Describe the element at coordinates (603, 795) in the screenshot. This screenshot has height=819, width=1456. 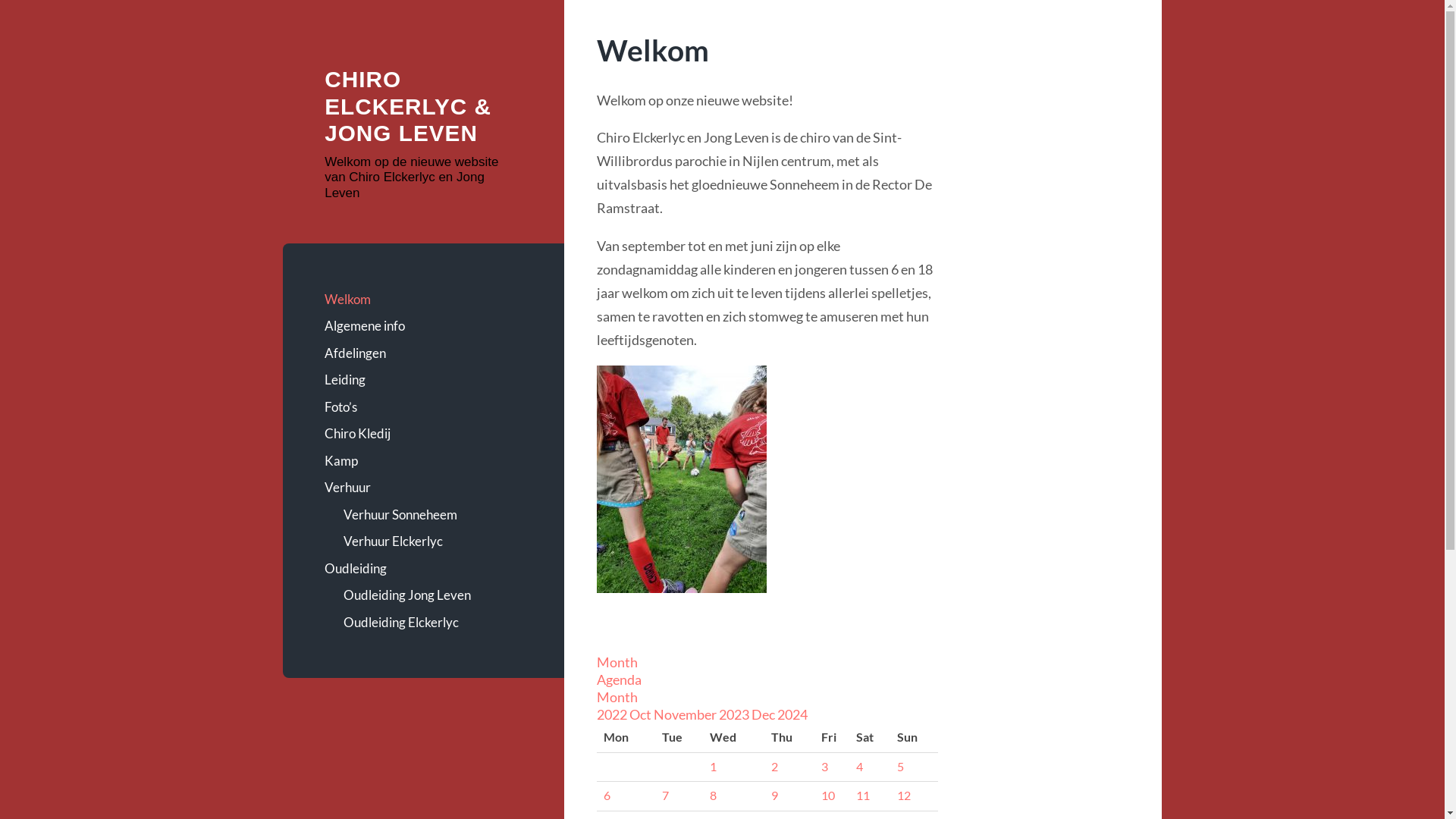
I see `'6'` at that location.